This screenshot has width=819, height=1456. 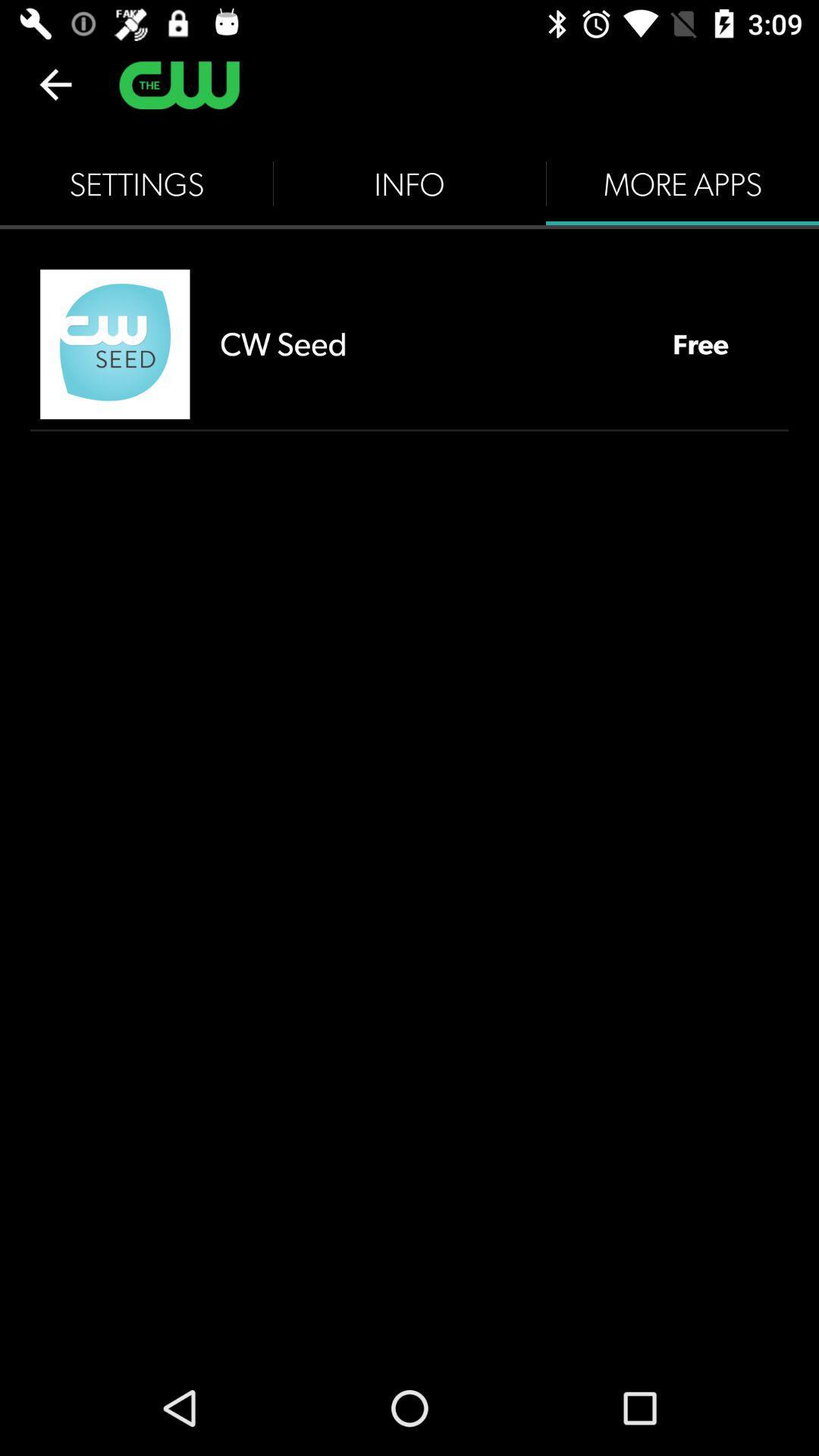 What do you see at coordinates (409, 184) in the screenshot?
I see `item to the left of more apps` at bounding box center [409, 184].